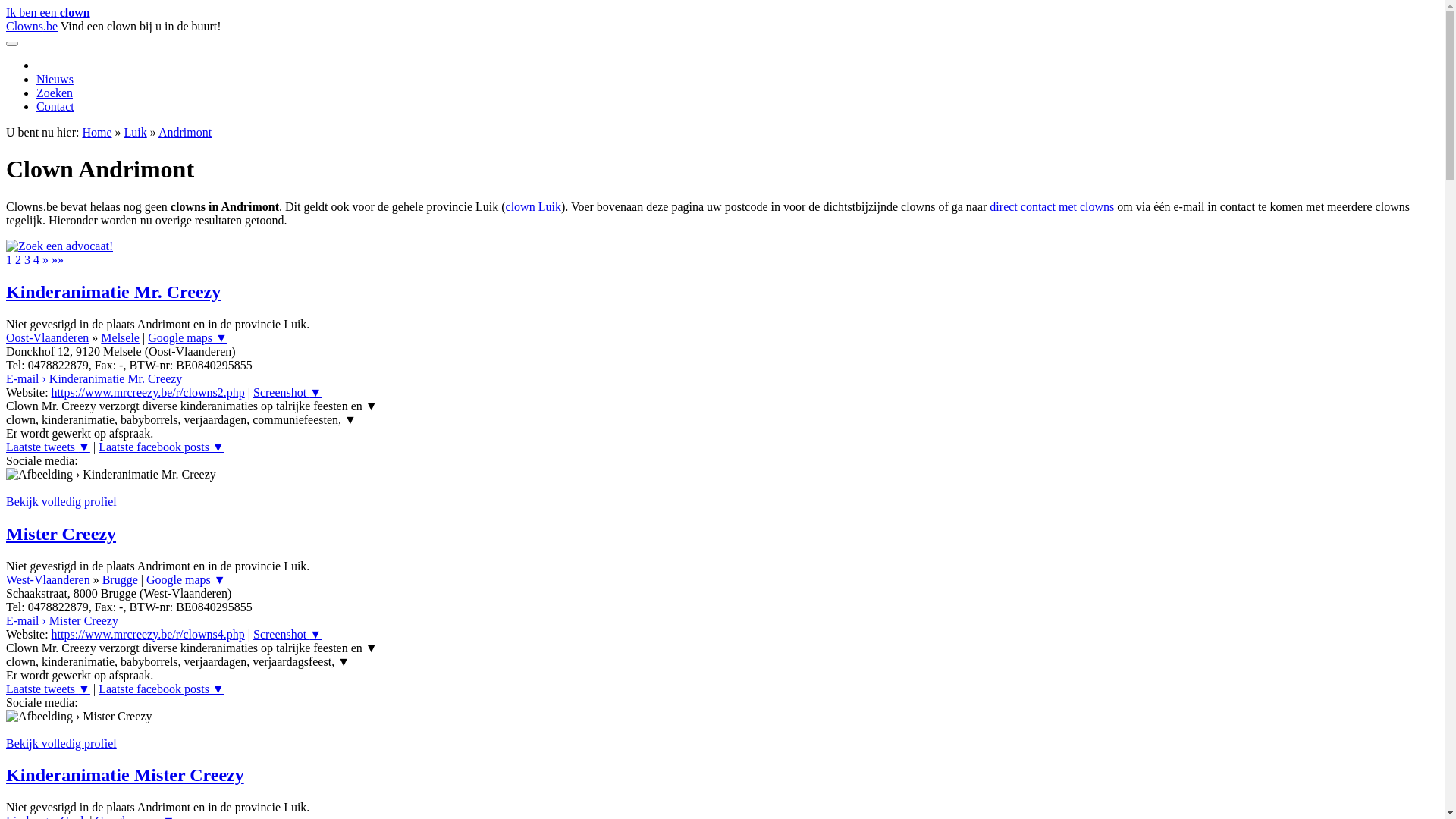 This screenshot has width=1456, height=819. What do you see at coordinates (124, 131) in the screenshot?
I see `'Luik'` at bounding box center [124, 131].